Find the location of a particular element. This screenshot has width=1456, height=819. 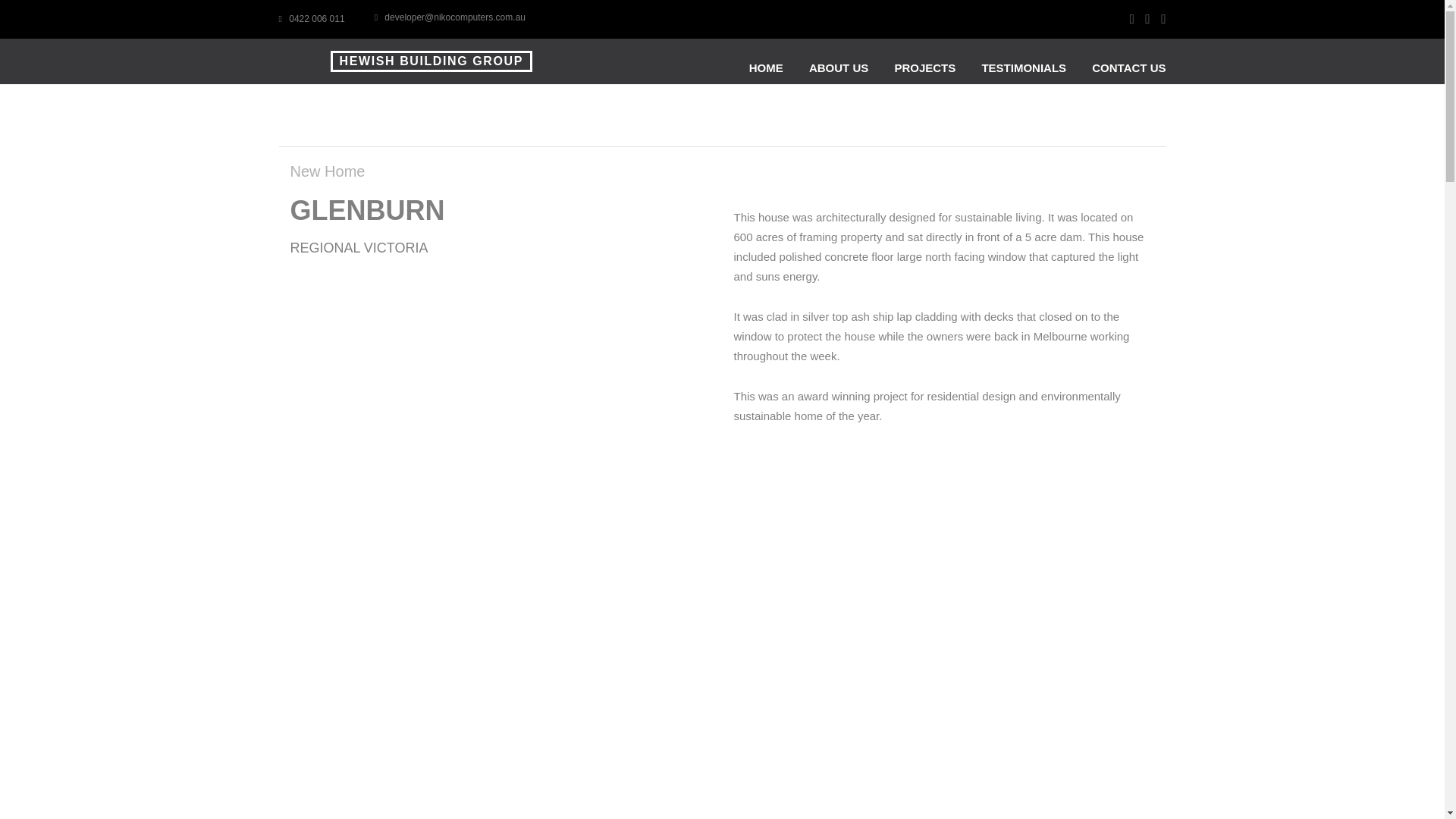

'CONTACT US' is located at coordinates (1128, 67).